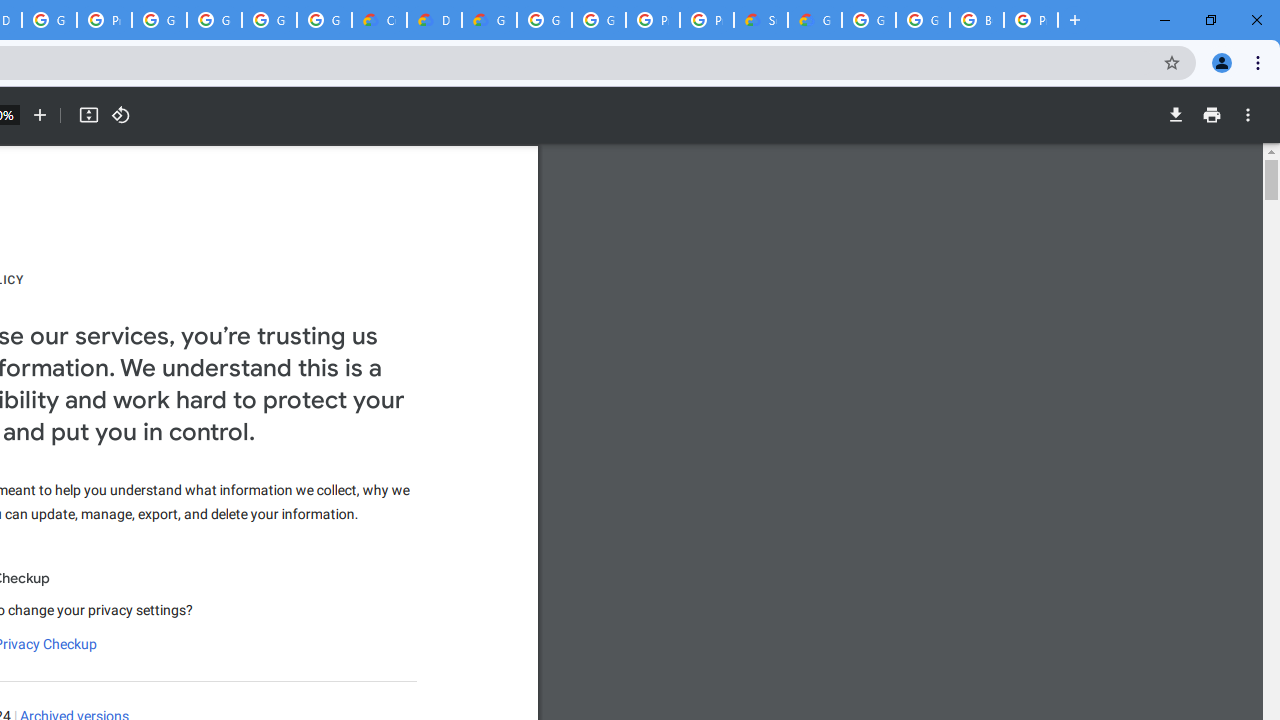 This screenshot has height=720, width=1280. What do you see at coordinates (1175, 115) in the screenshot?
I see `'Download'` at bounding box center [1175, 115].